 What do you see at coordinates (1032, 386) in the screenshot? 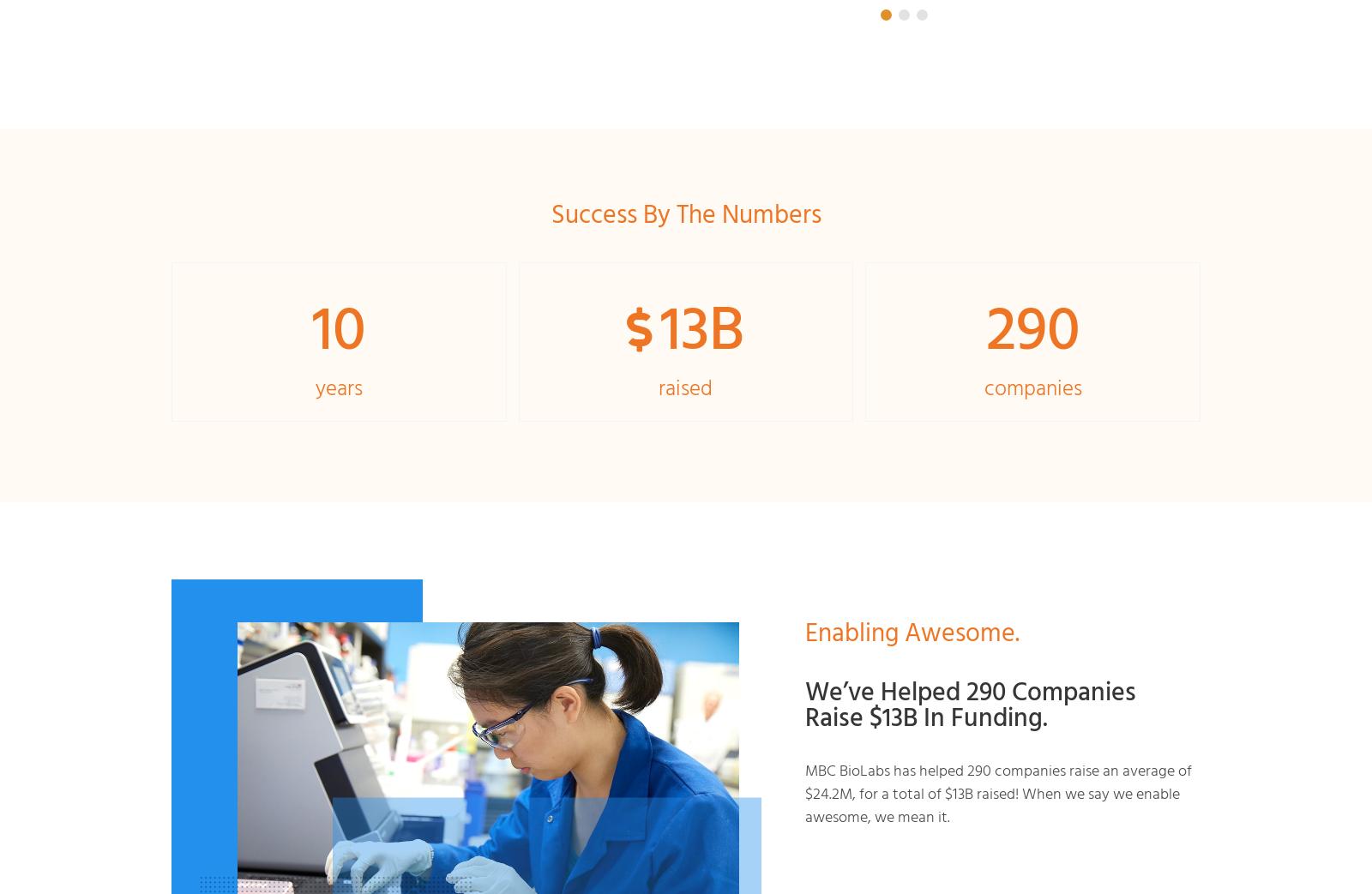
I see `'companies'` at bounding box center [1032, 386].